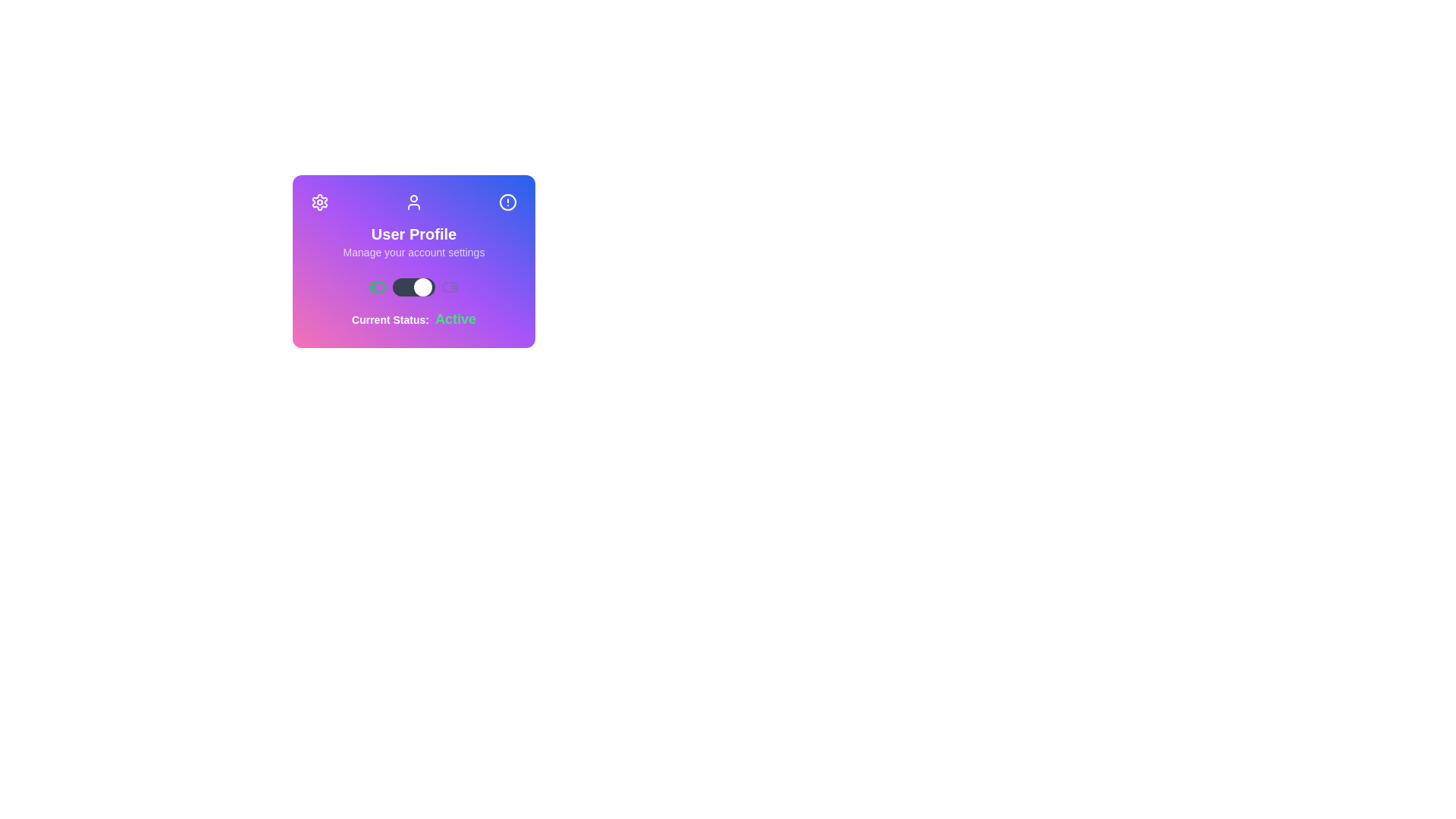 The height and width of the screenshot is (819, 1456). What do you see at coordinates (378, 287) in the screenshot?
I see `the first toggle button located under the 'User Profile' title, next to the 'Current Status: Active' label` at bounding box center [378, 287].